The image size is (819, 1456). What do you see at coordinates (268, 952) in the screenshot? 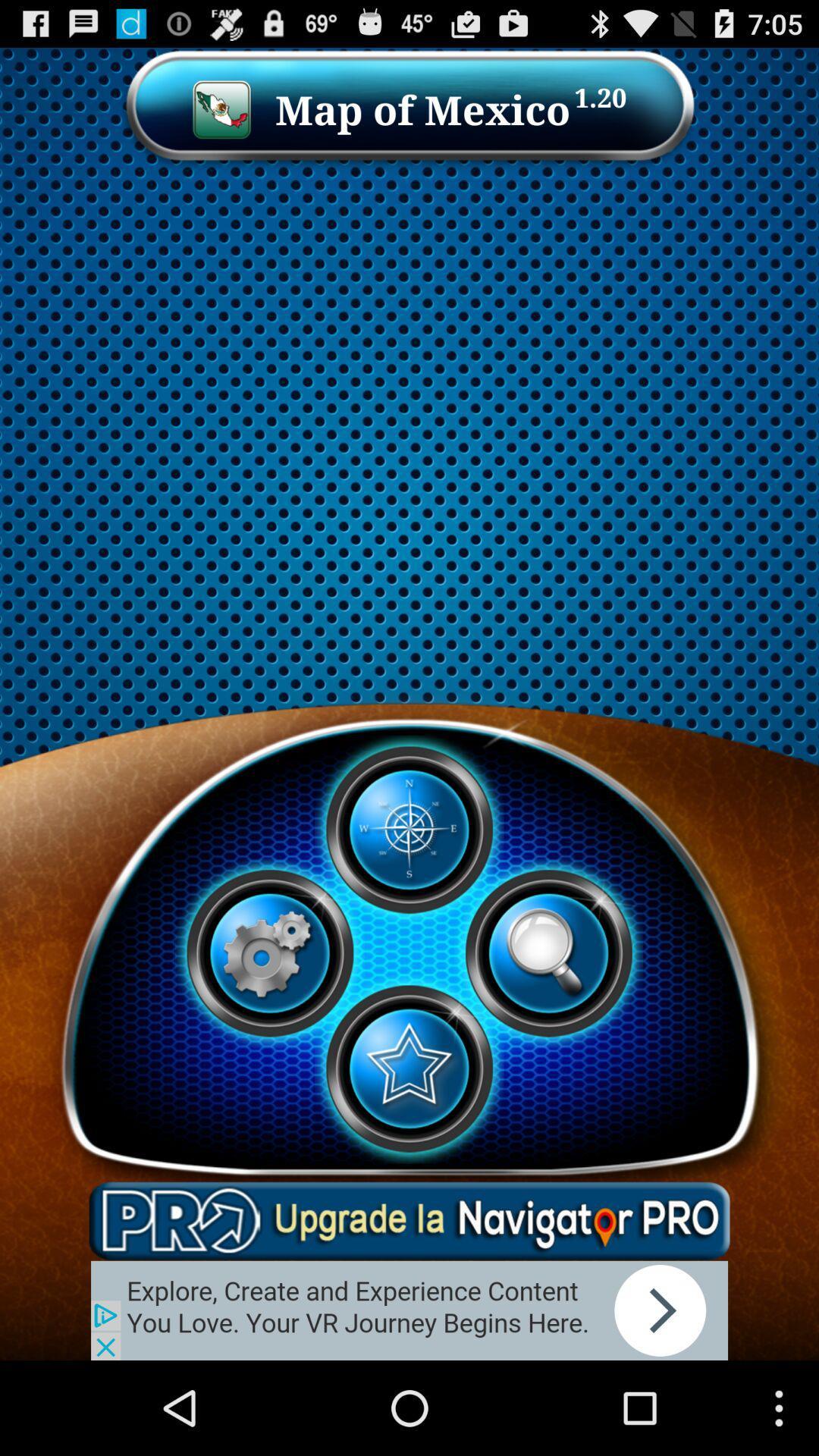
I see `setting` at bounding box center [268, 952].